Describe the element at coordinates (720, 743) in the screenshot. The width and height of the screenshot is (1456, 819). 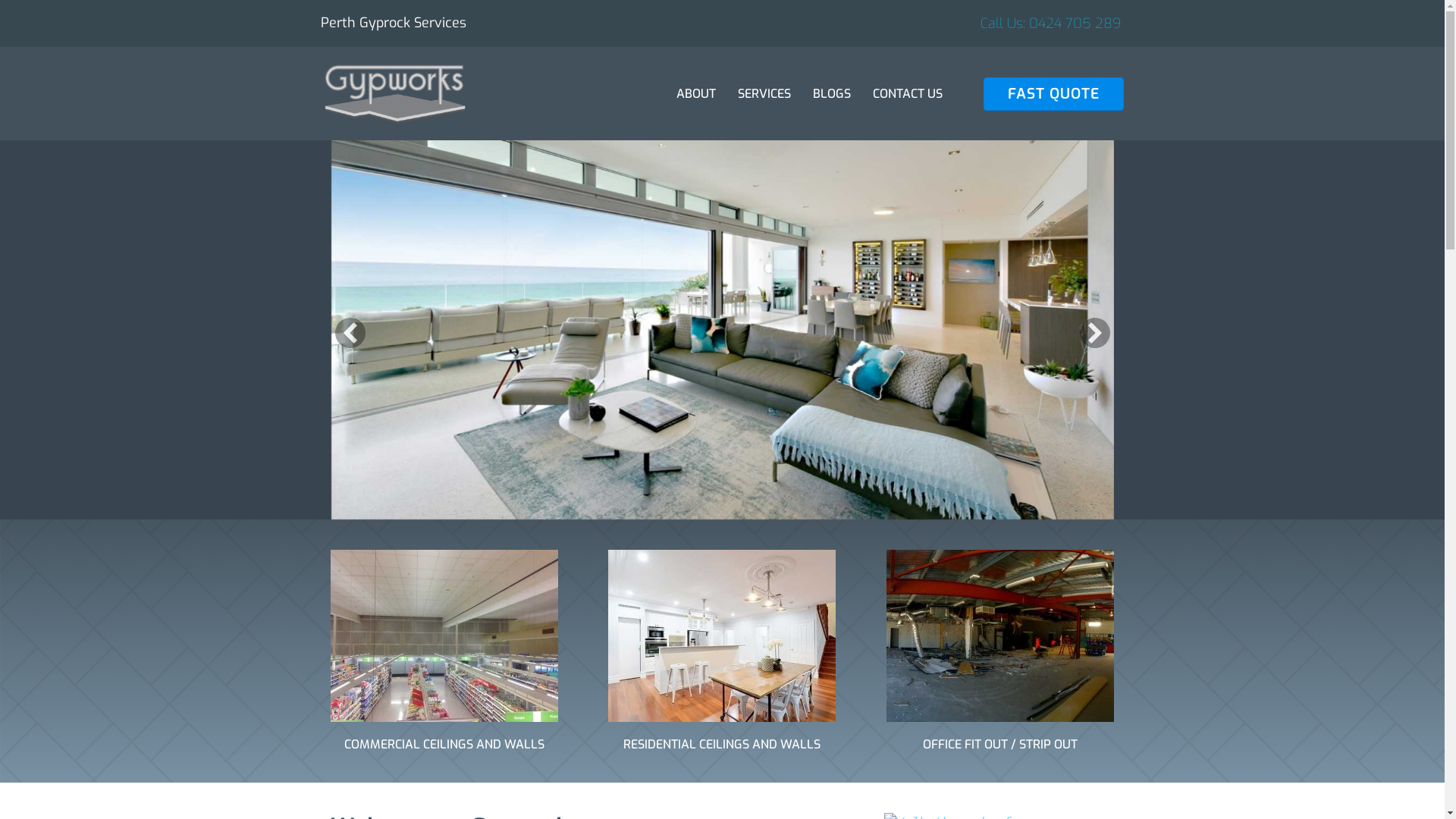
I see `'RESIDENTIAL CEILINGS AND WALLS'` at that location.